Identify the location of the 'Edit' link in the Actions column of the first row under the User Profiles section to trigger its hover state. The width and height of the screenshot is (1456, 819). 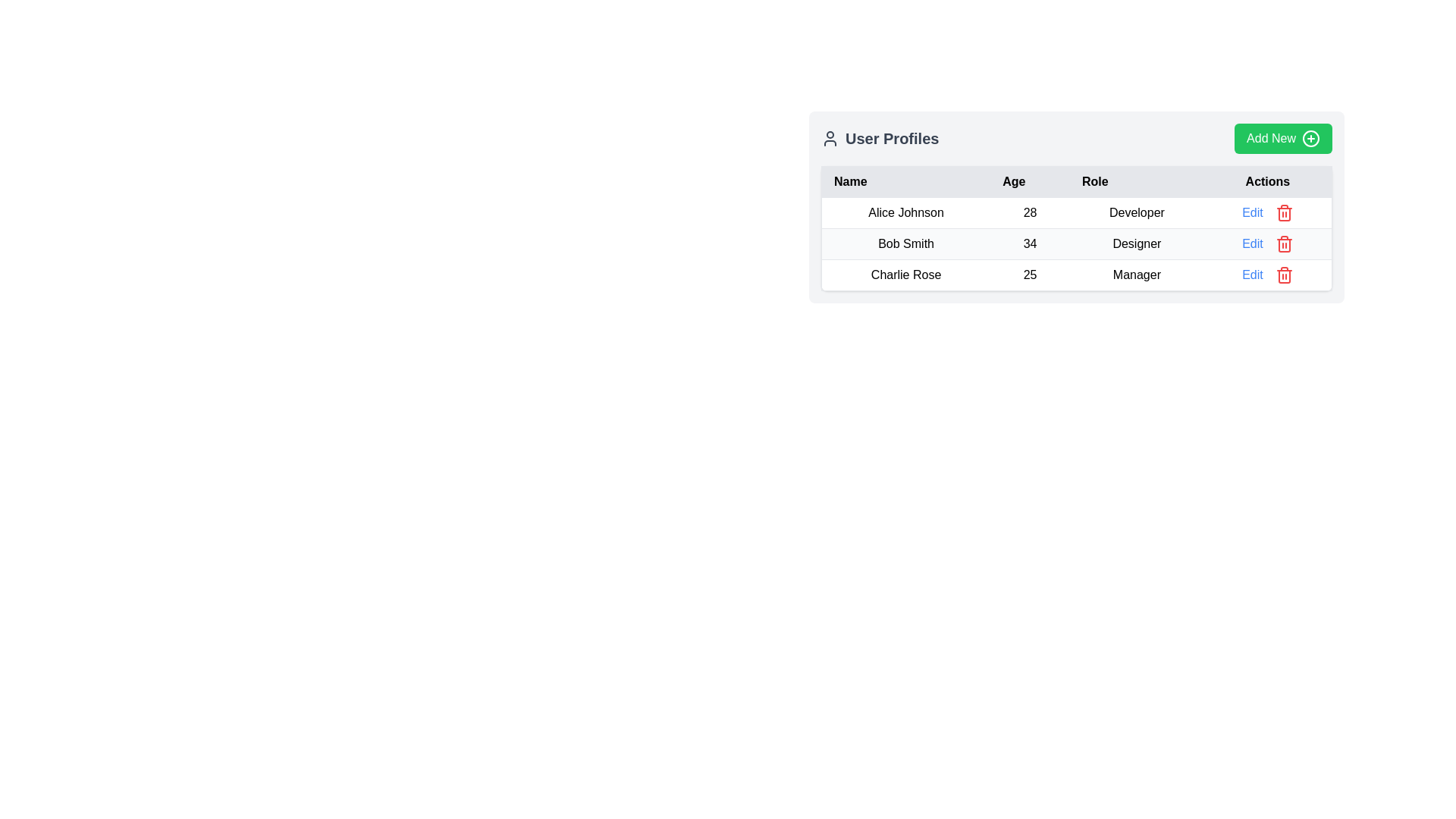
(1267, 213).